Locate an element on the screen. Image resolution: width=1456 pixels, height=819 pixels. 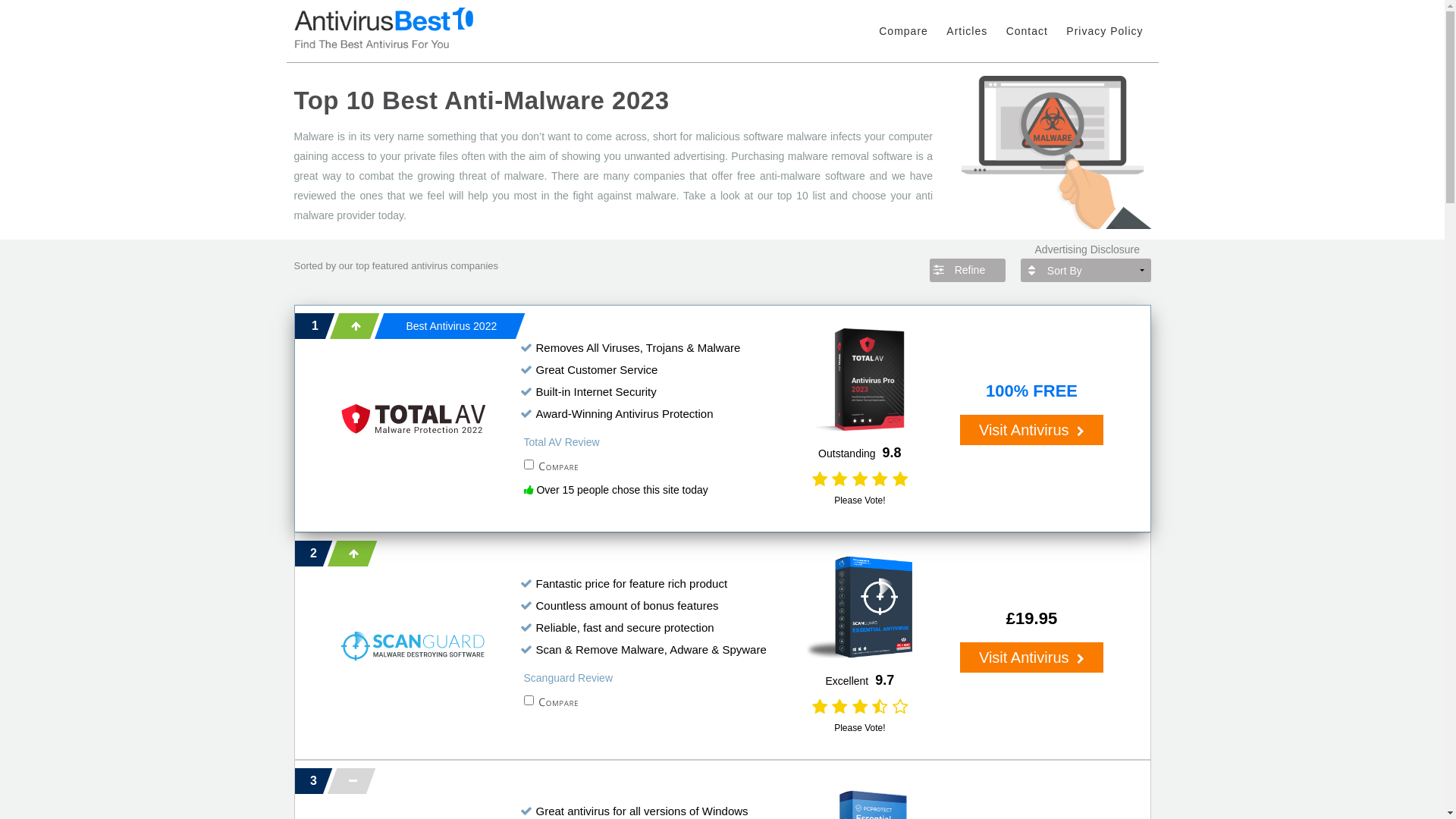
'Scanguard' is located at coordinates (413, 646).